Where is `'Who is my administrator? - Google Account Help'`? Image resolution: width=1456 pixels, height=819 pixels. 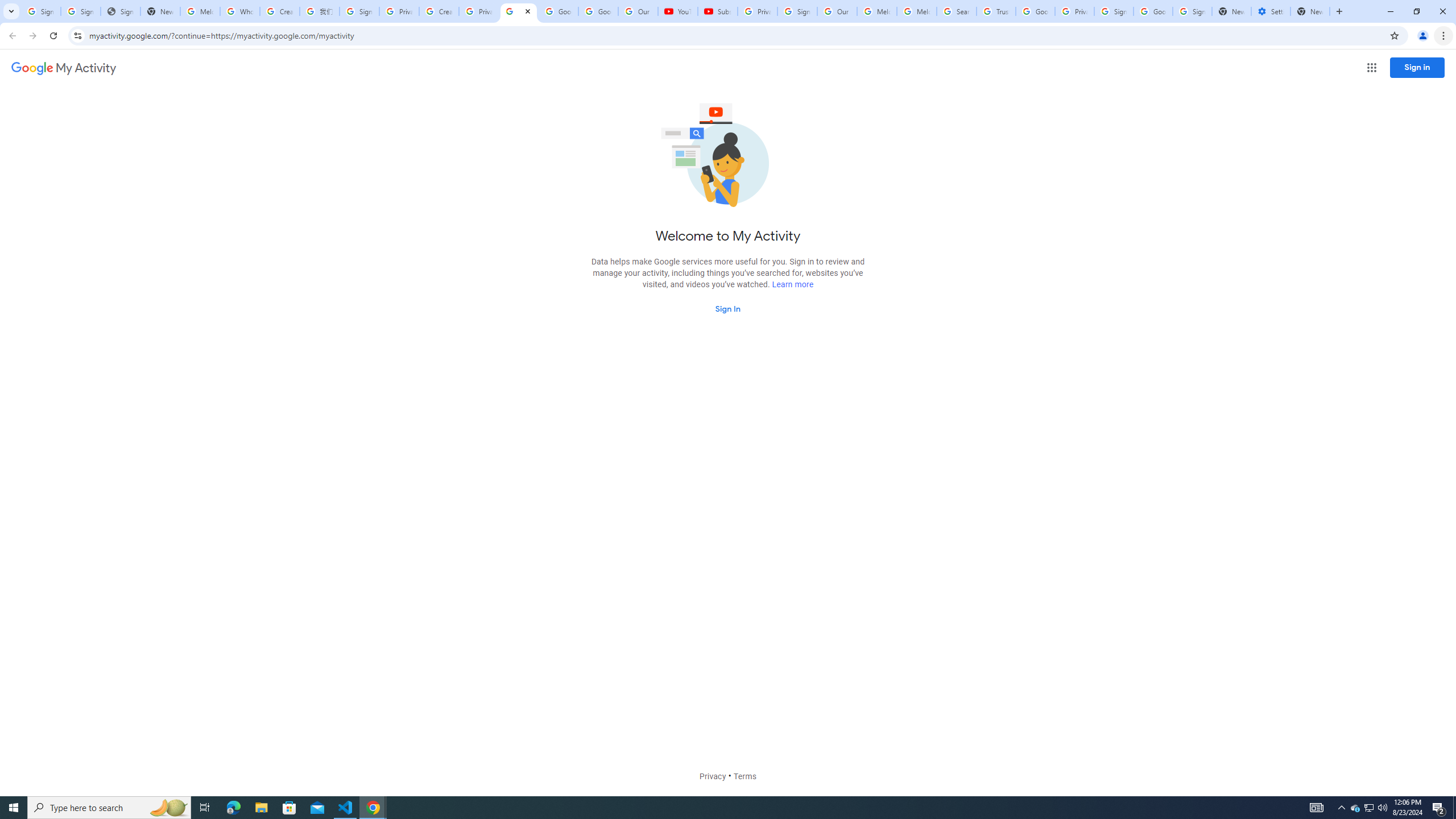
'Who is my administrator? - Google Account Help' is located at coordinates (239, 11).